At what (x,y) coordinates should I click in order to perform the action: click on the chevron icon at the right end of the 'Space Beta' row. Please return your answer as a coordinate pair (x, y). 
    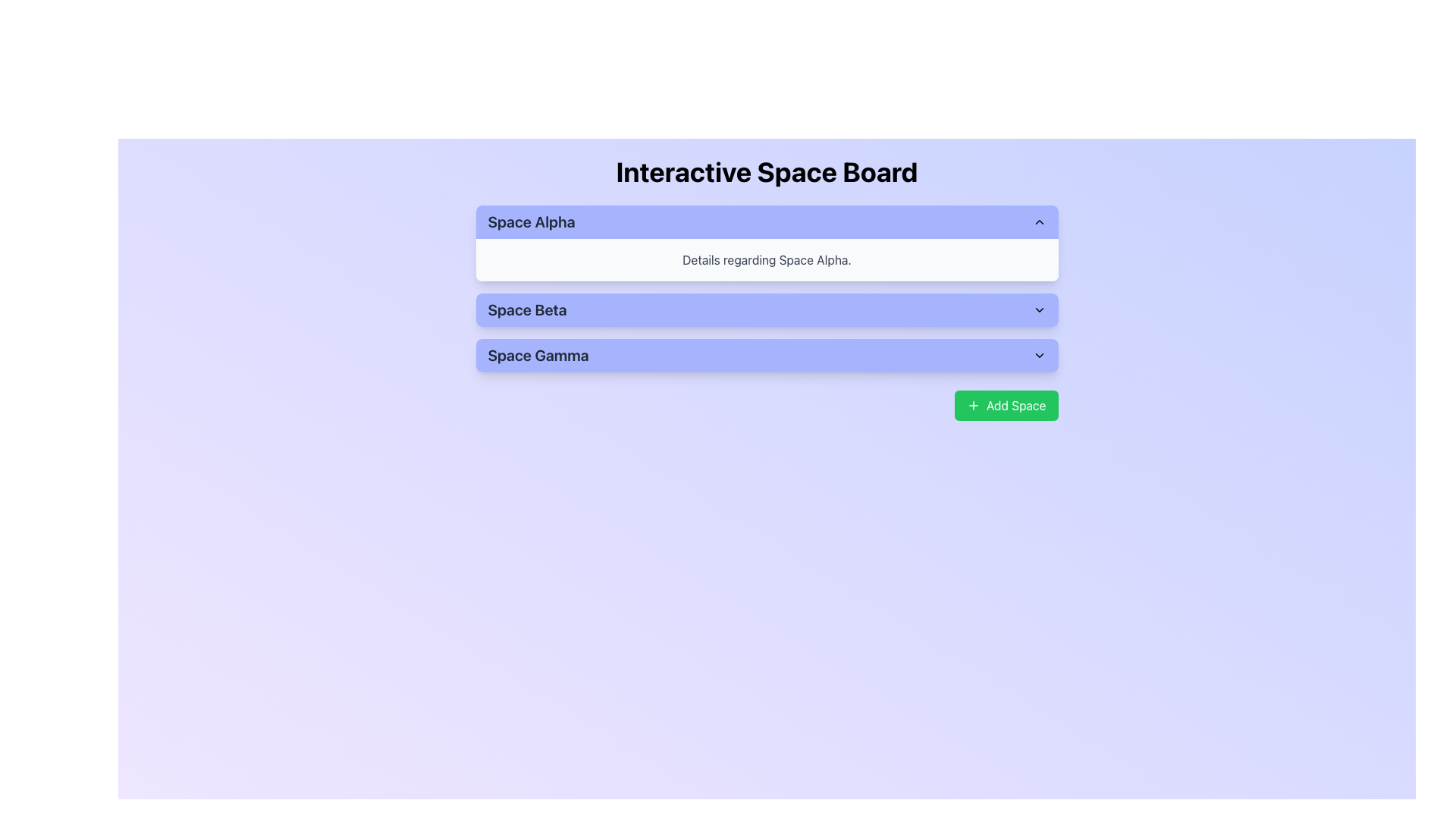
    Looking at the image, I should click on (1038, 309).